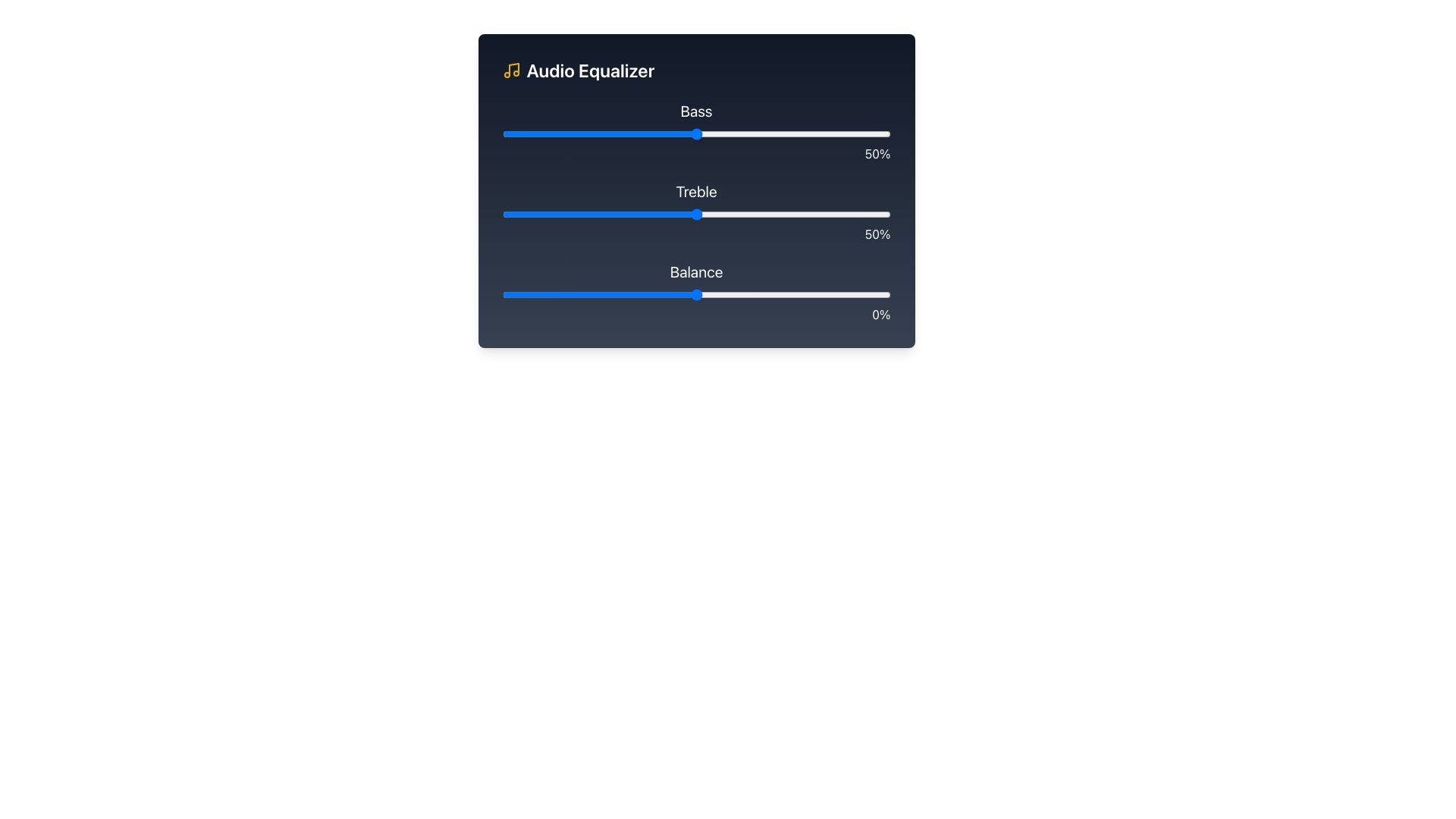 The height and width of the screenshot is (819, 1456). I want to click on the text label displaying 'Bass', which is styled in white color with a large font size and located at the top of the bass adjustment section, so click(695, 110).